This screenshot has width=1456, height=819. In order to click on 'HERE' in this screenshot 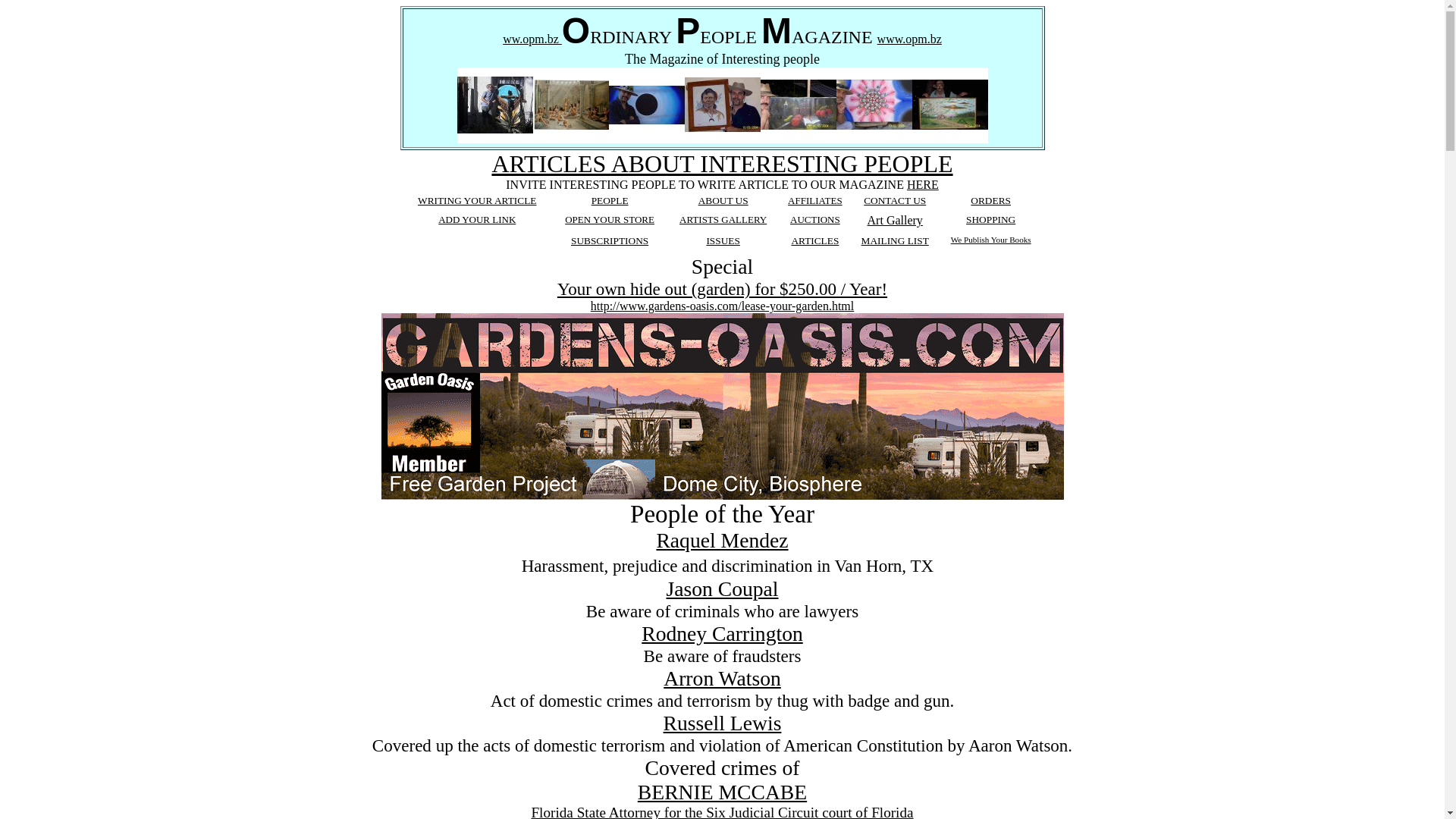, I will do `click(922, 184)`.